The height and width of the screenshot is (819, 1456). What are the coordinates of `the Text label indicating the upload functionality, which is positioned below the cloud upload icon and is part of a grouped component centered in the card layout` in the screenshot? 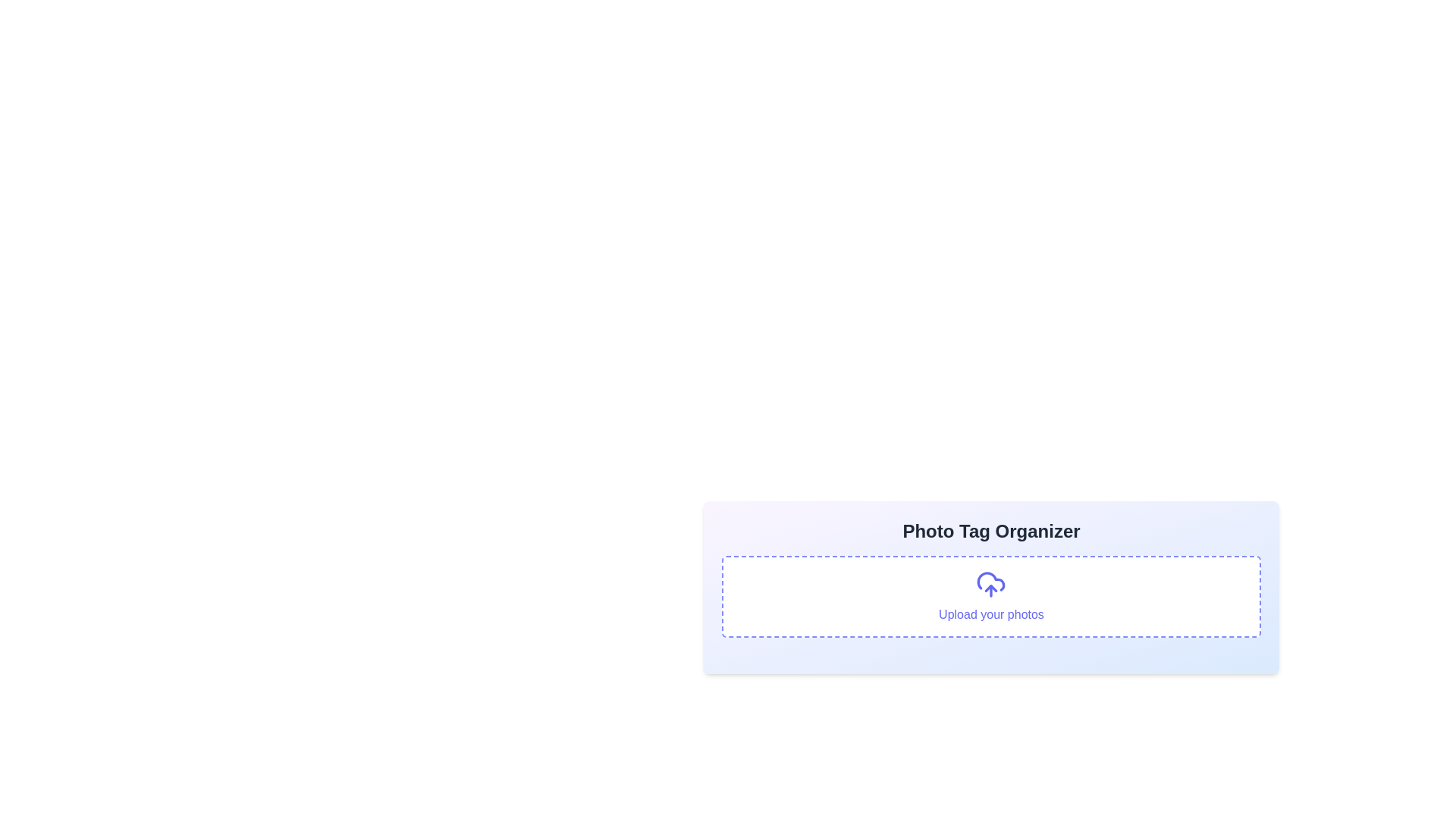 It's located at (991, 614).